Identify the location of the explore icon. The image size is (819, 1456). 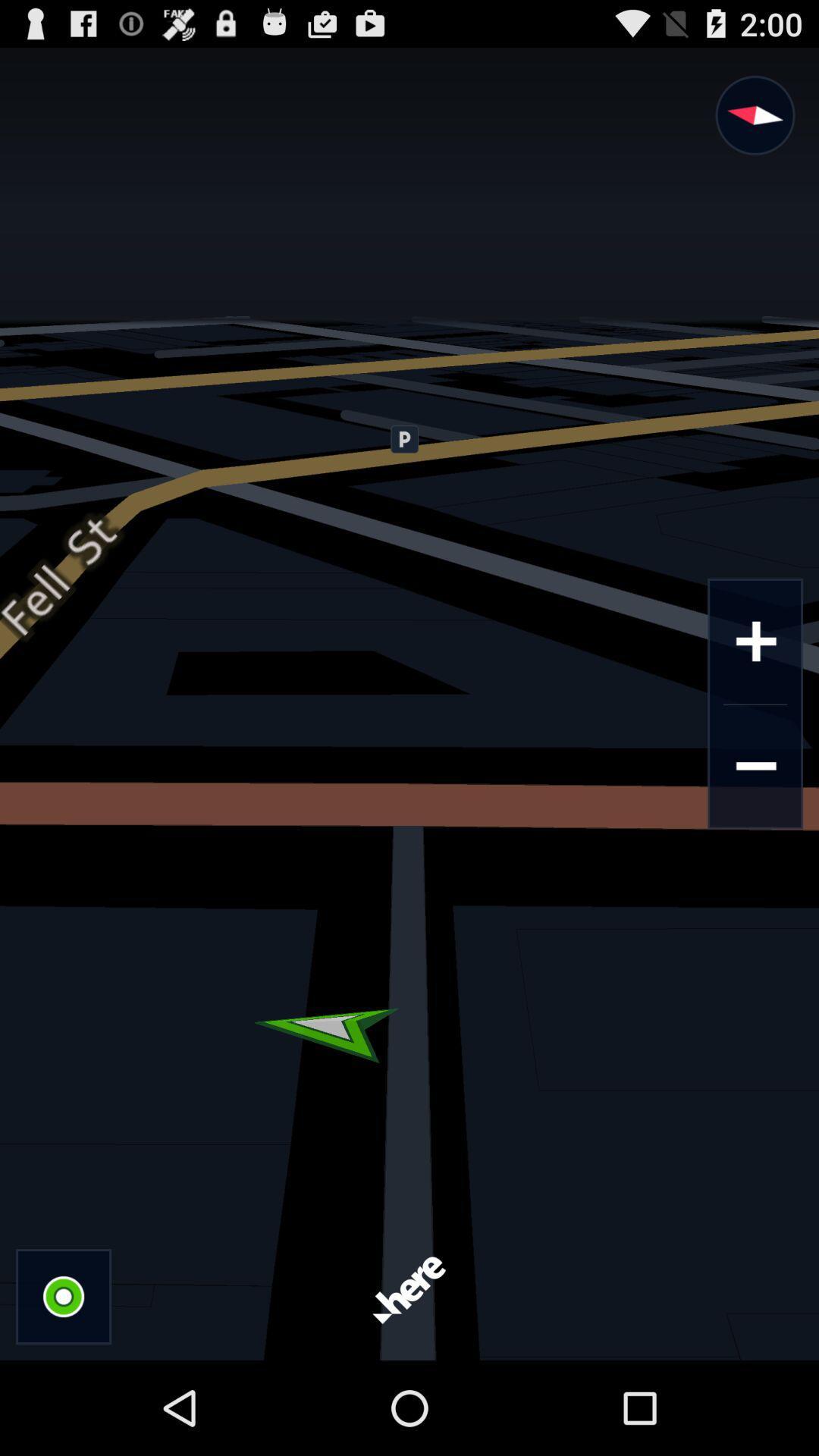
(753, 124).